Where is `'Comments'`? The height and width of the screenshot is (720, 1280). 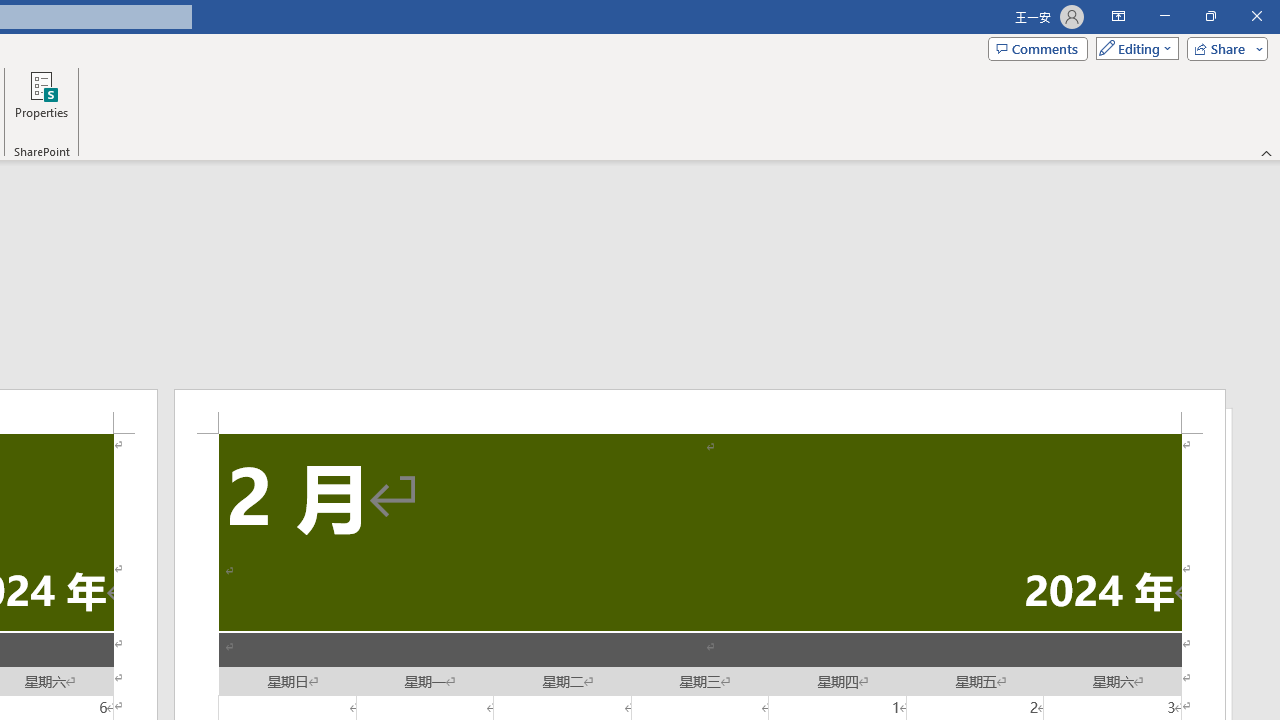
'Comments' is located at coordinates (1038, 47).